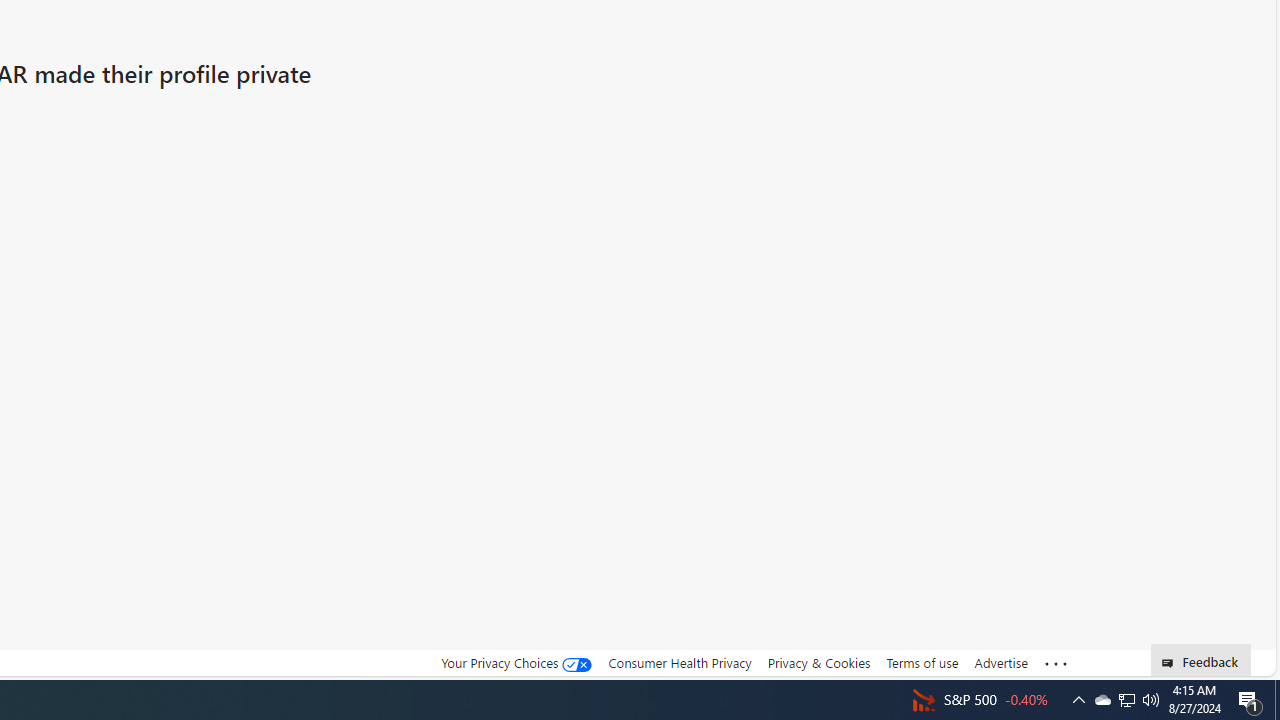  Describe the element at coordinates (680, 662) in the screenshot. I see `'Consumer Health Privacy'` at that location.